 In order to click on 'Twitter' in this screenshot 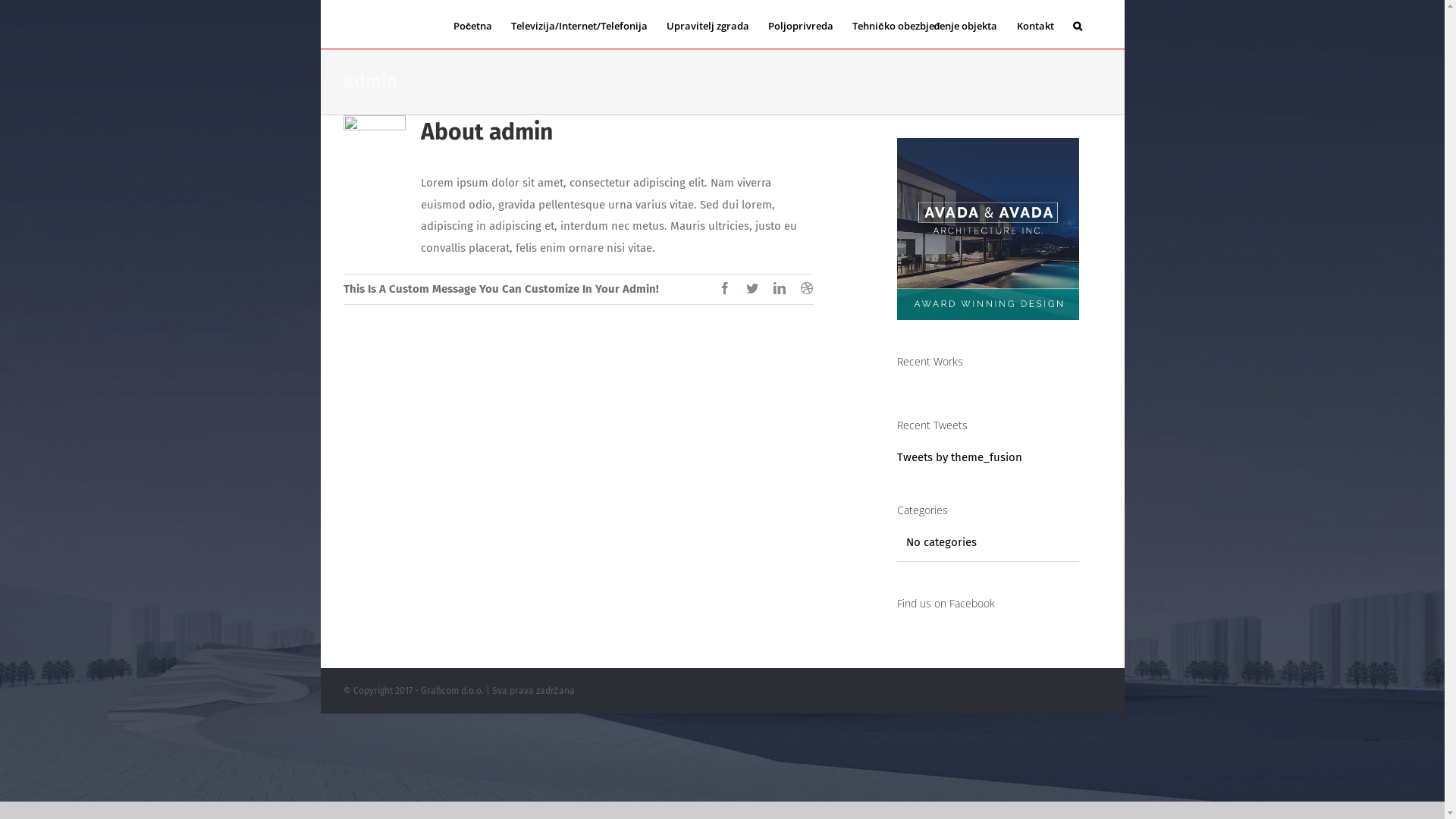, I will do `click(752, 288)`.